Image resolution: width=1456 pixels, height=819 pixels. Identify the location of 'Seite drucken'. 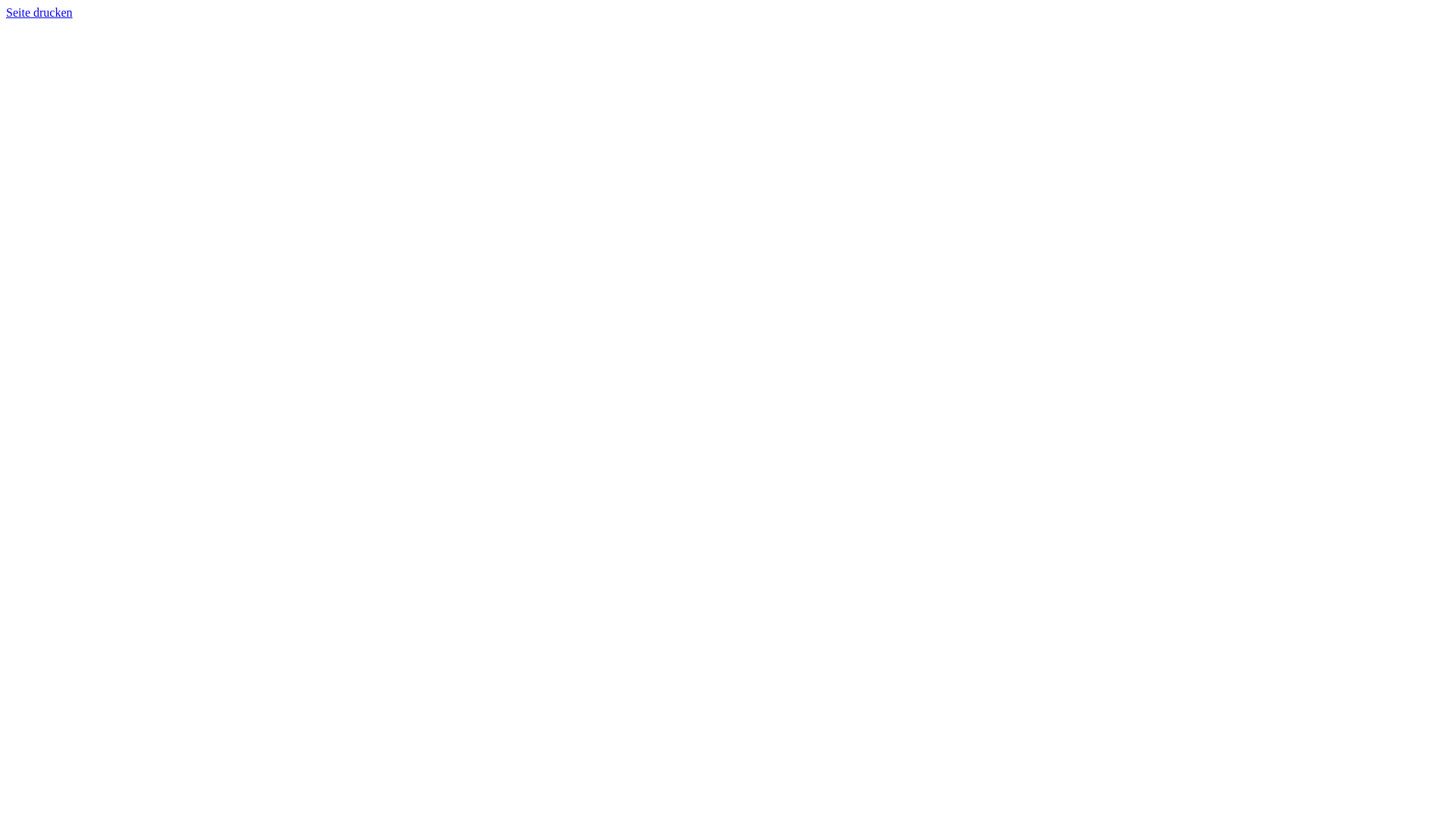
(39, 12).